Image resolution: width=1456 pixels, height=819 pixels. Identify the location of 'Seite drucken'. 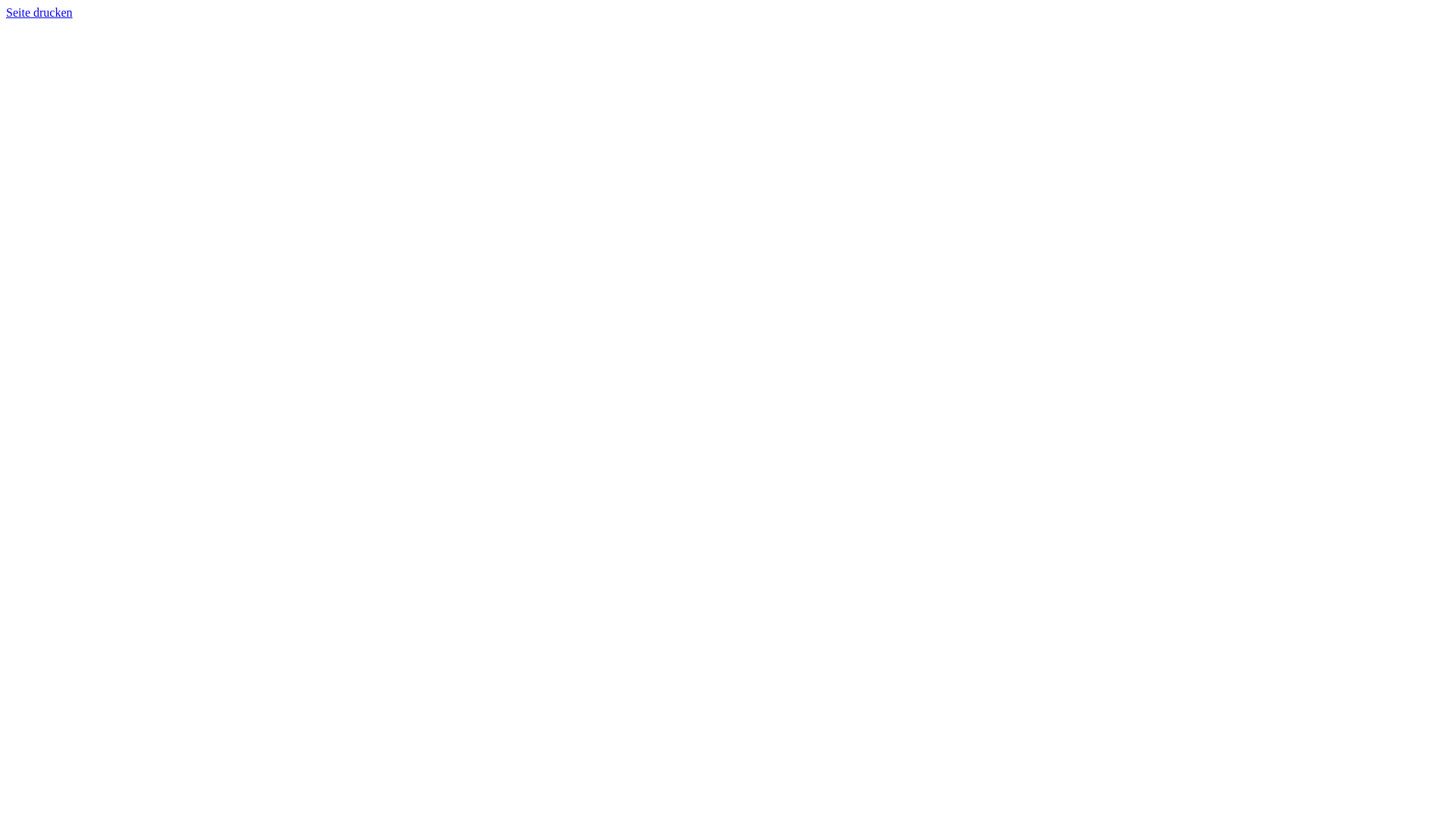
(39, 12).